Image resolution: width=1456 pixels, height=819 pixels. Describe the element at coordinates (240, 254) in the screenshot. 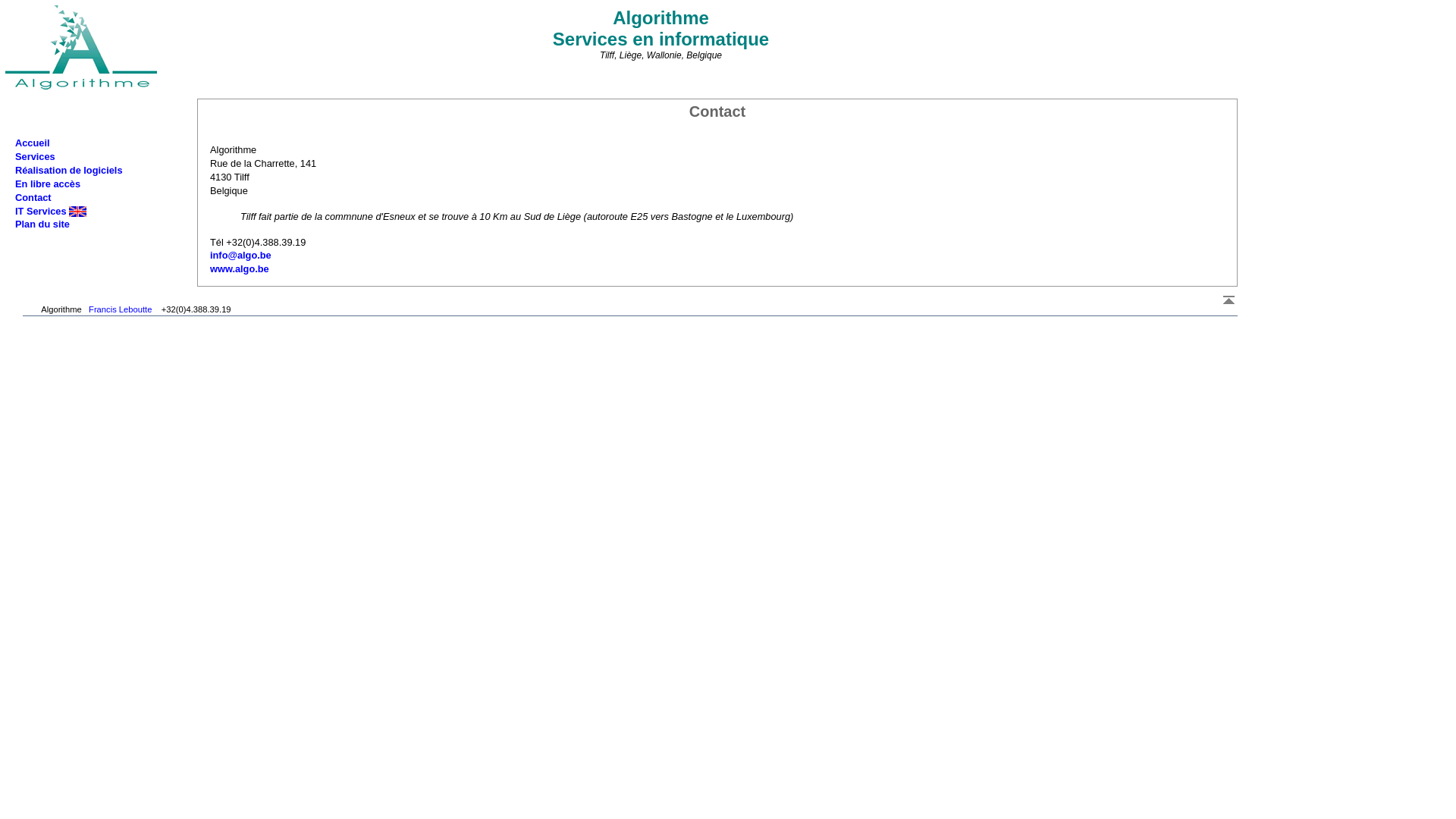

I see `'info@algo.be'` at that location.